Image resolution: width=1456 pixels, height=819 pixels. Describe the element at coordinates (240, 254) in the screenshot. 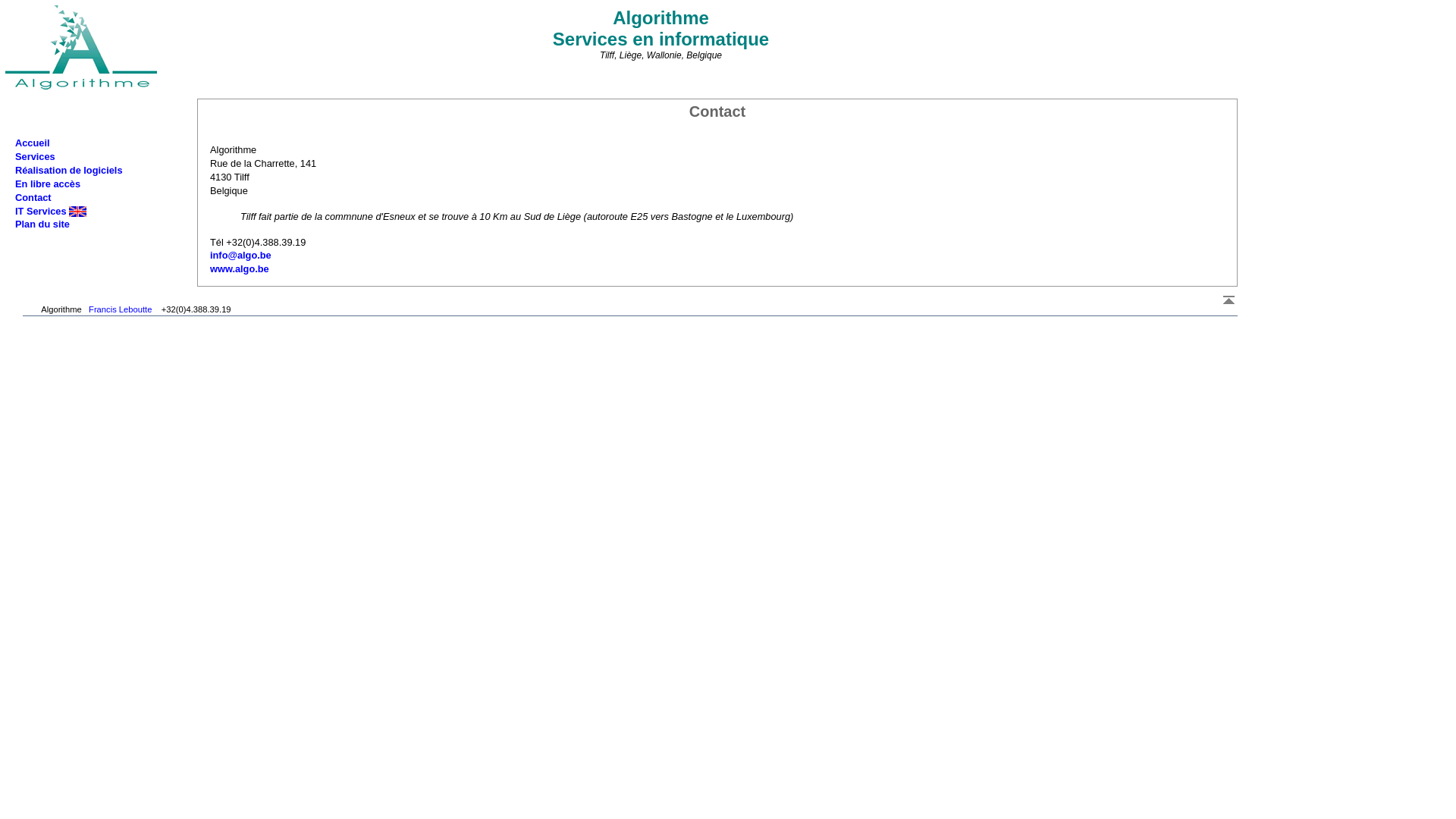

I see `'info@algo.be'` at that location.